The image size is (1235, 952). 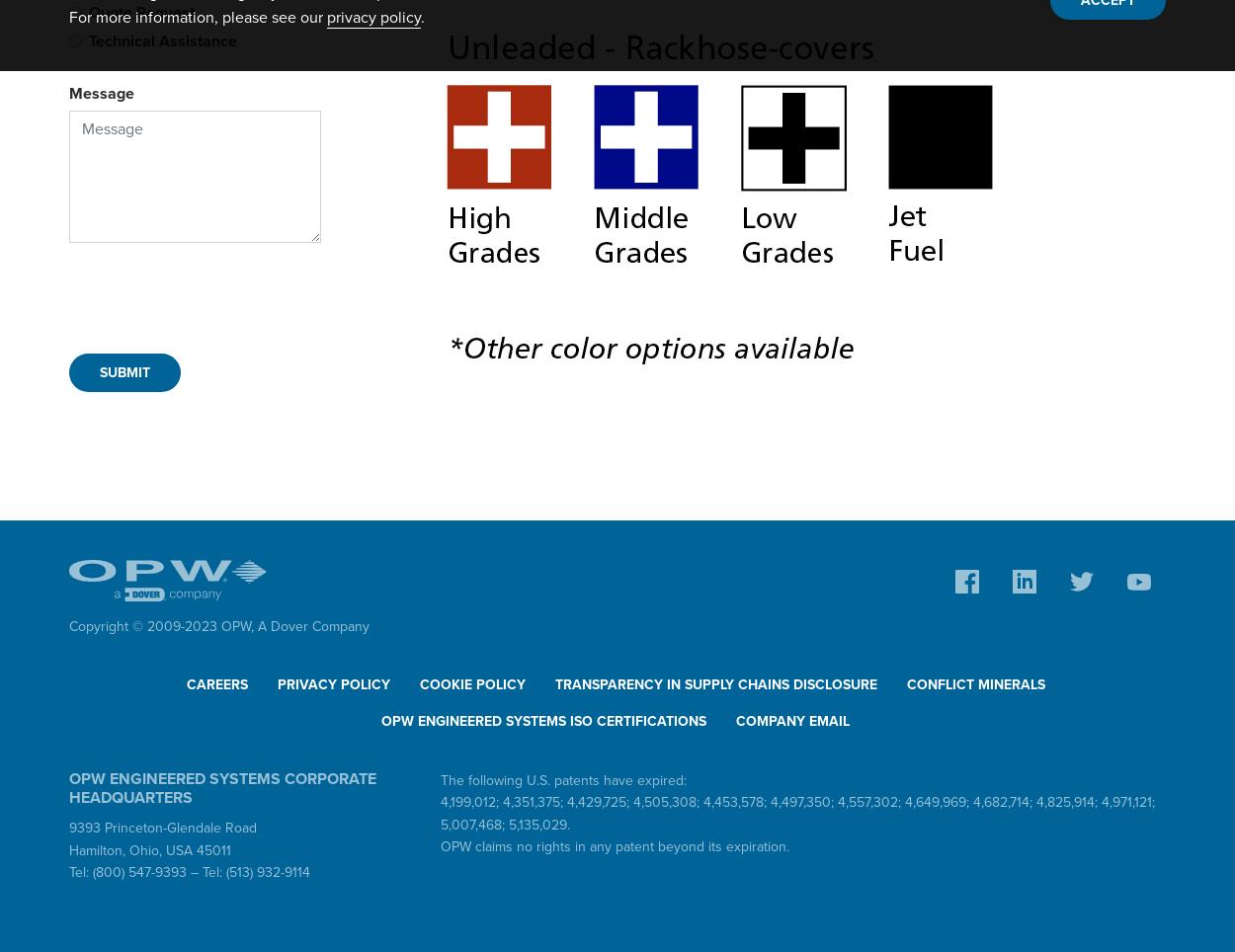 What do you see at coordinates (440, 812) in the screenshot?
I see `'4,199,012; 4,351,375; 4,429,725; 4,505,308; 4,453,578; 4,497,350; 4,557,302; 4,649,969; 4,682,714; 4,825,914; 4,971,121; 5,007,468; 5,135,029.'` at bounding box center [440, 812].